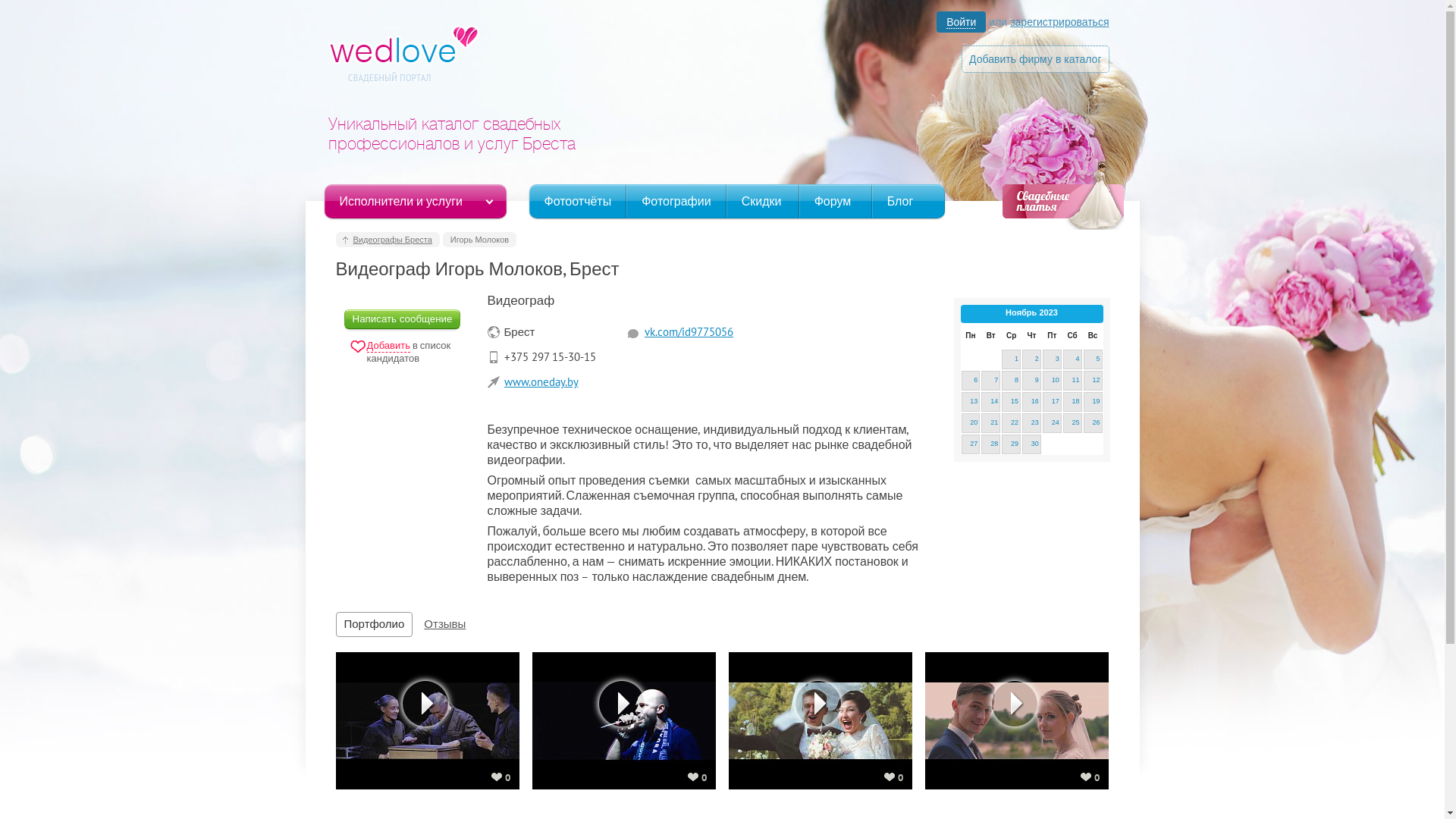  Describe the element at coordinates (1011, 423) in the screenshot. I see `'22'` at that location.